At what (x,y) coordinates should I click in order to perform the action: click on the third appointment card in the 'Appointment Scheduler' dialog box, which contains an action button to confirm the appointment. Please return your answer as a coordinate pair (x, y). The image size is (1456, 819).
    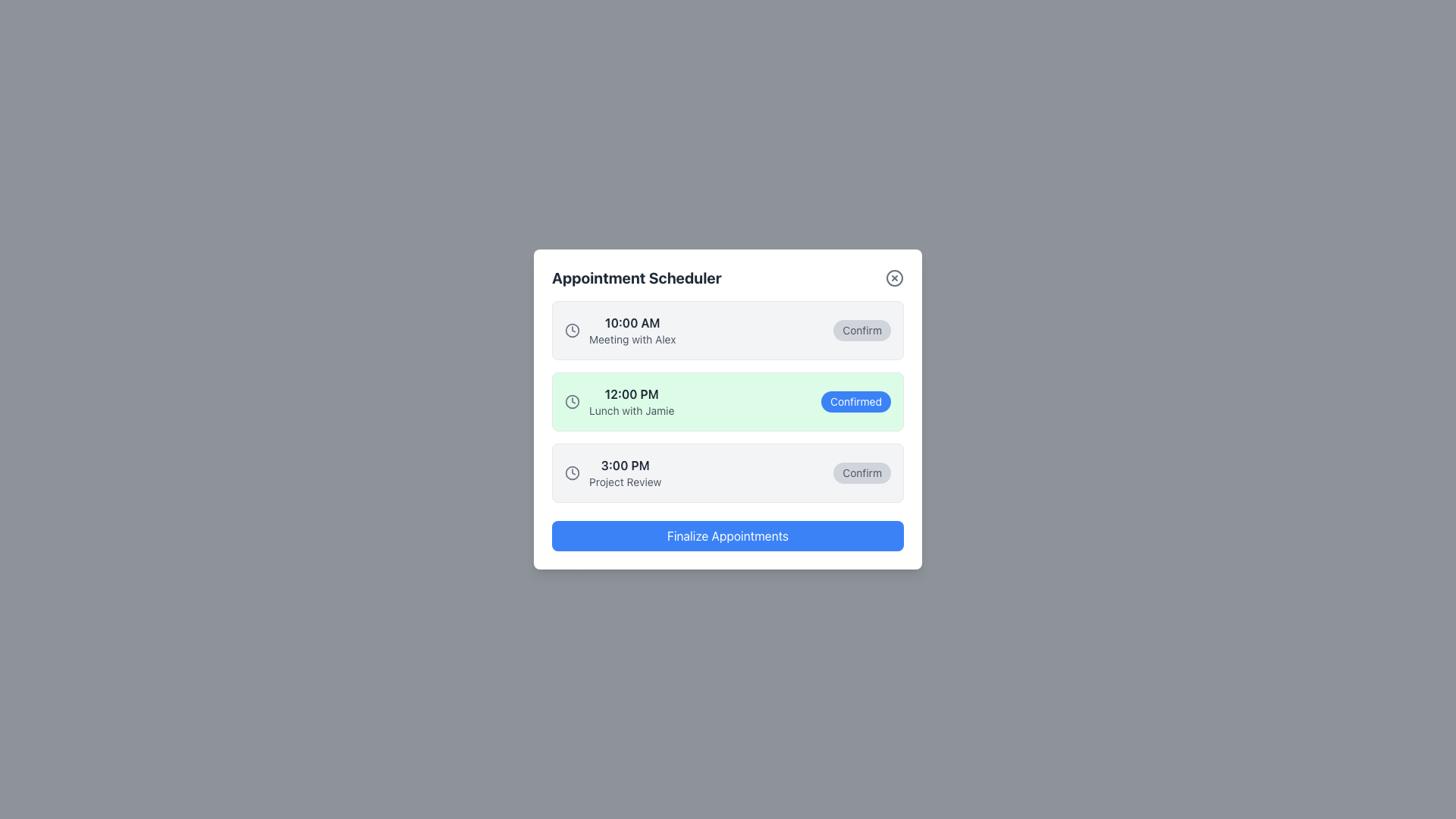
    Looking at the image, I should click on (728, 472).